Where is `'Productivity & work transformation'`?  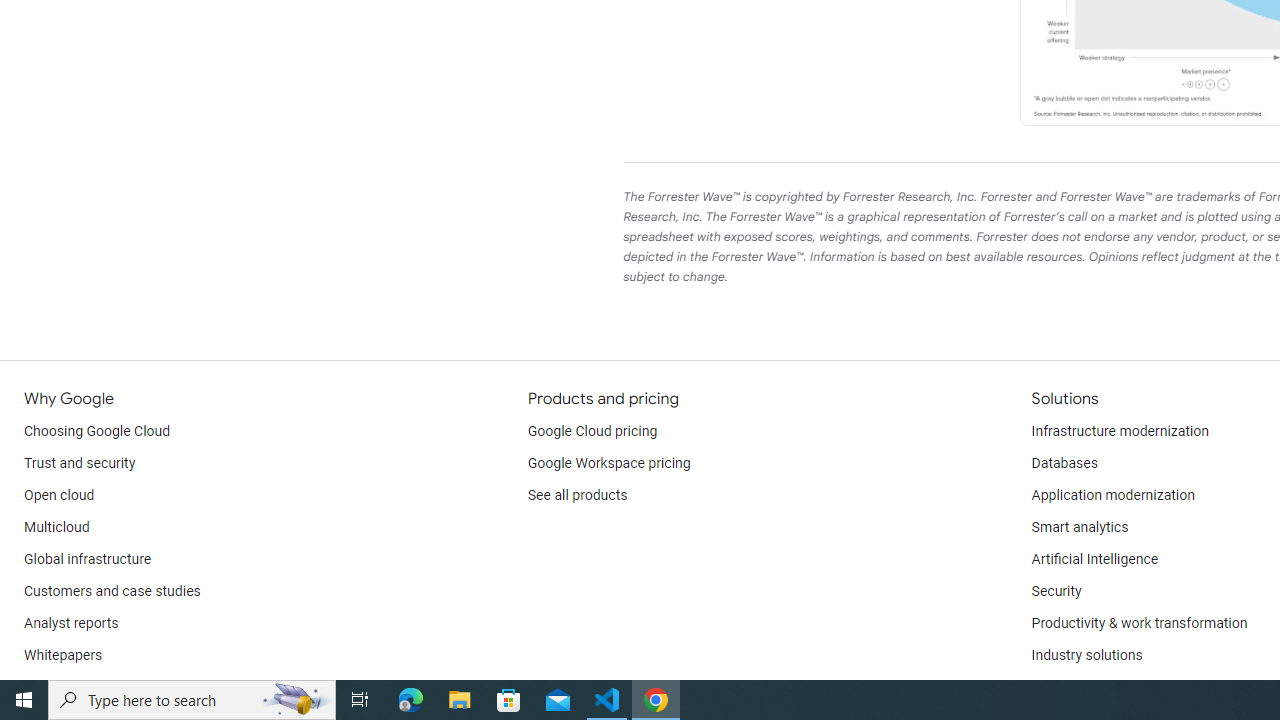 'Productivity & work transformation' is located at coordinates (1139, 622).